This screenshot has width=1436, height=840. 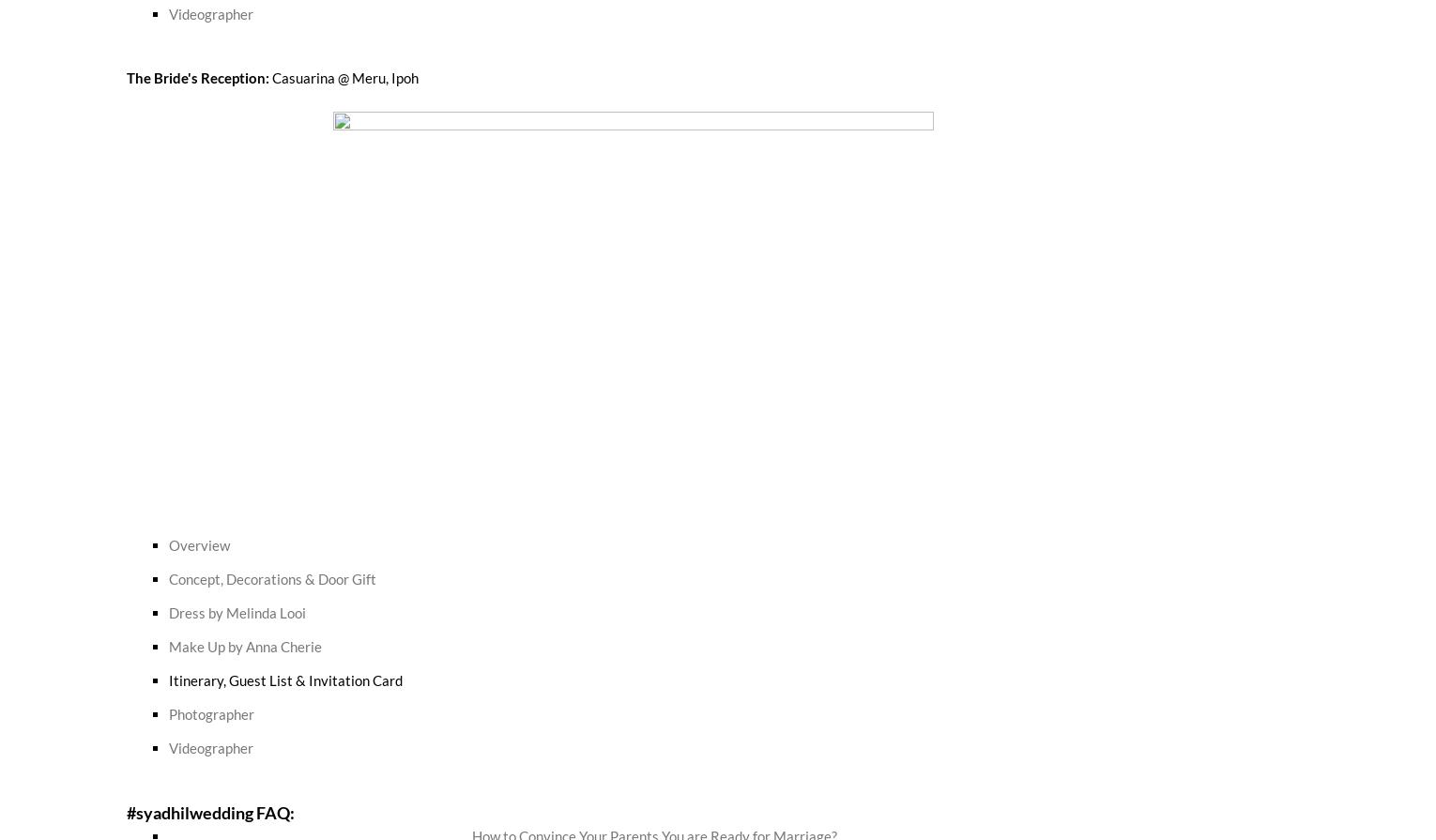 What do you see at coordinates (284, 678) in the screenshot?
I see `'Itinerary, Guest List & Invitation Card'` at bounding box center [284, 678].